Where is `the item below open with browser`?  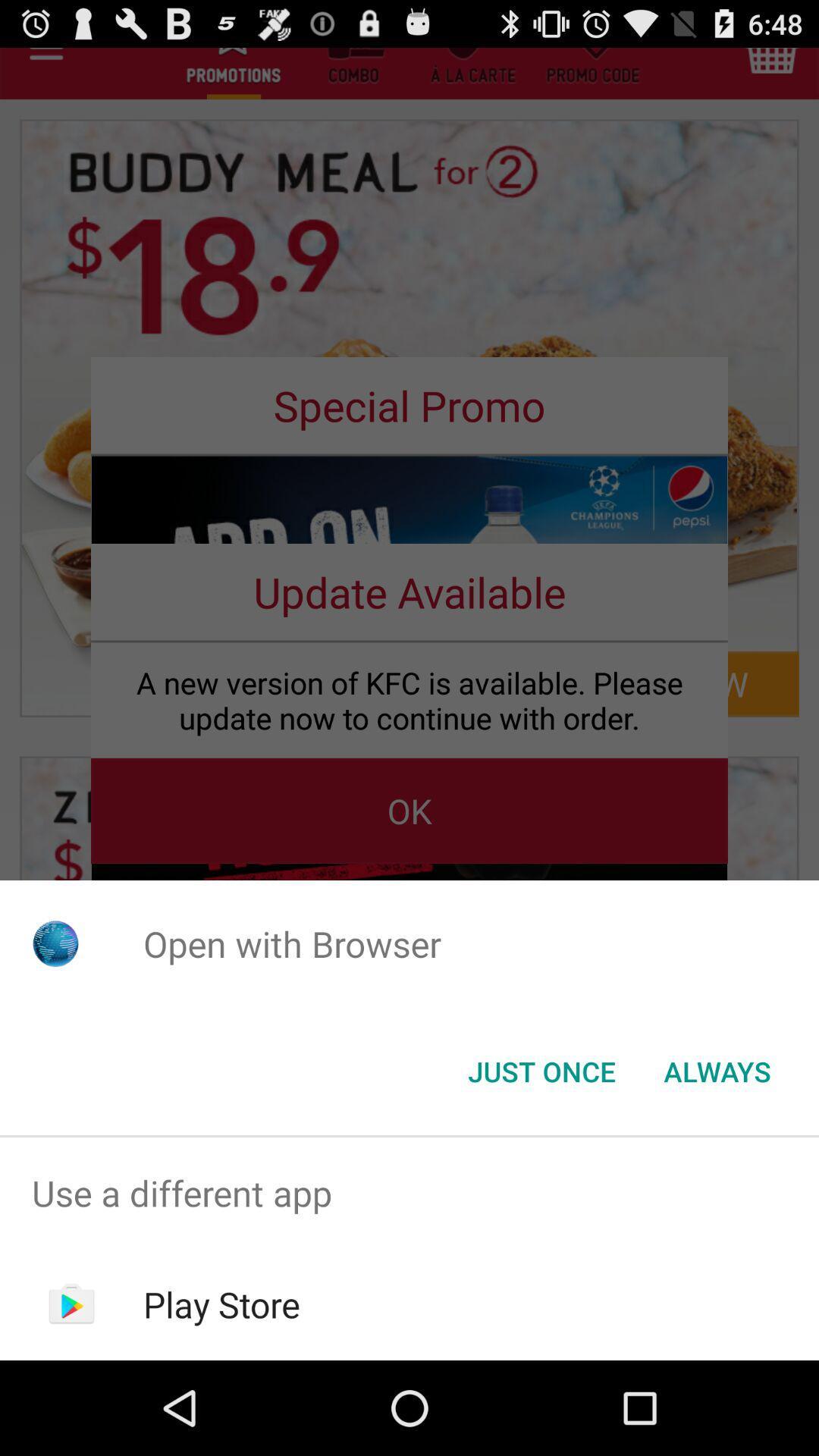
the item below open with browser is located at coordinates (717, 1070).